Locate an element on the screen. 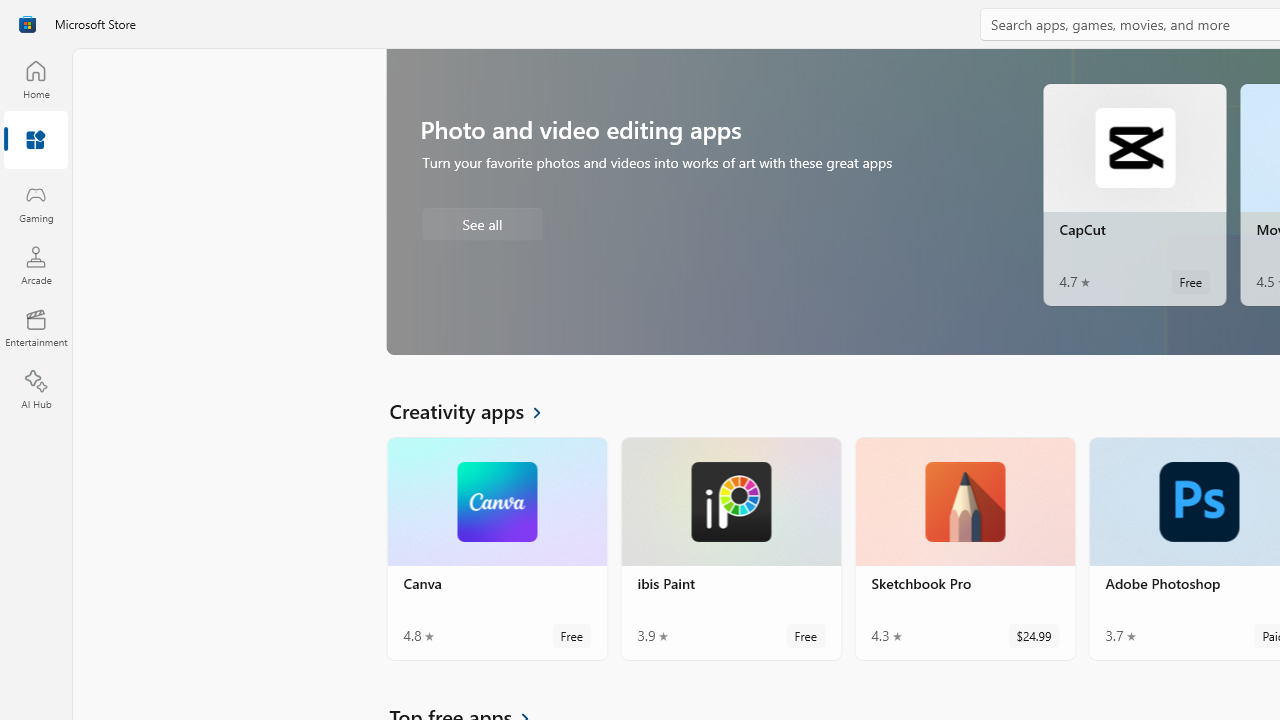 The height and width of the screenshot is (720, 1280). 'Entertainment' is located at coordinates (35, 326).